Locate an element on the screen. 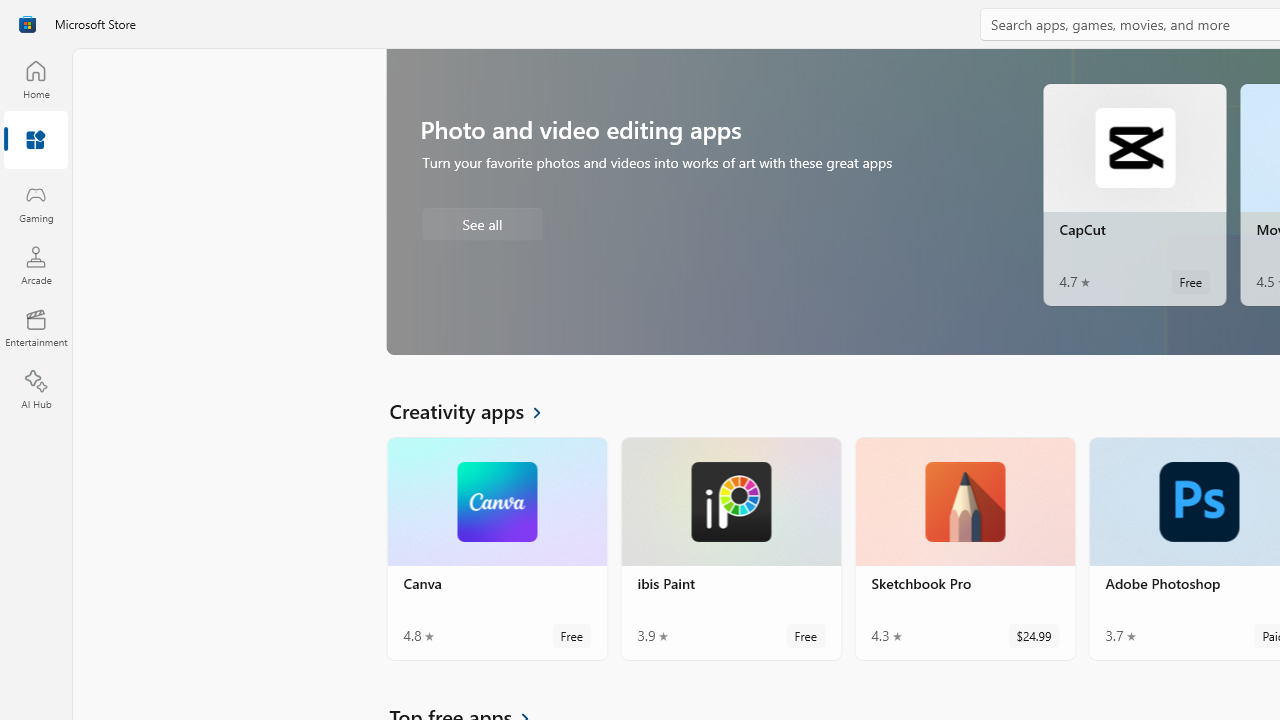 The height and width of the screenshot is (720, 1280). 'Entertainment' is located at coordinates (35, 326).